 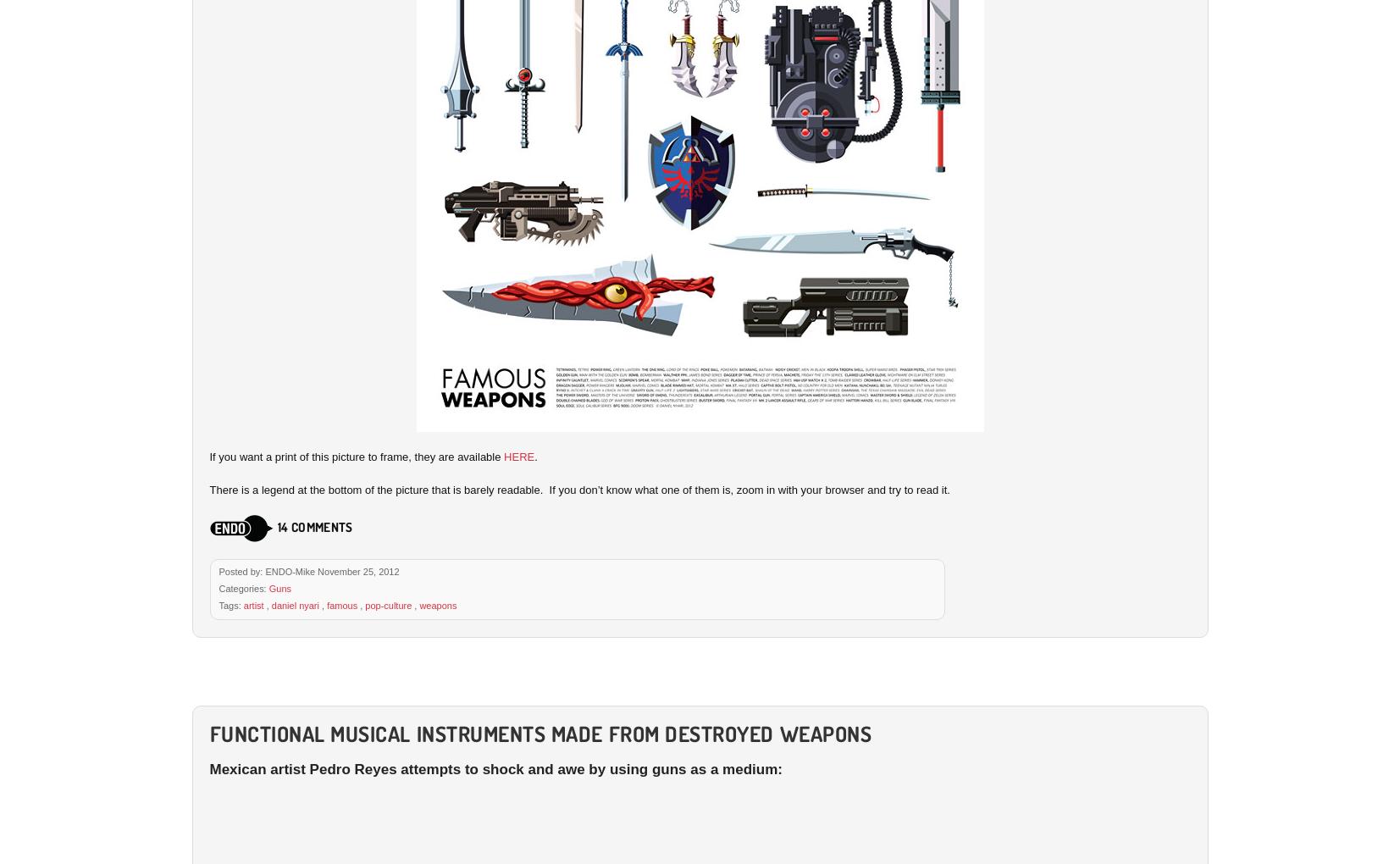 What do you see at coordinates (252, 604) in the screenshot?
I see `'artist'` at bounding box center [252, 604].